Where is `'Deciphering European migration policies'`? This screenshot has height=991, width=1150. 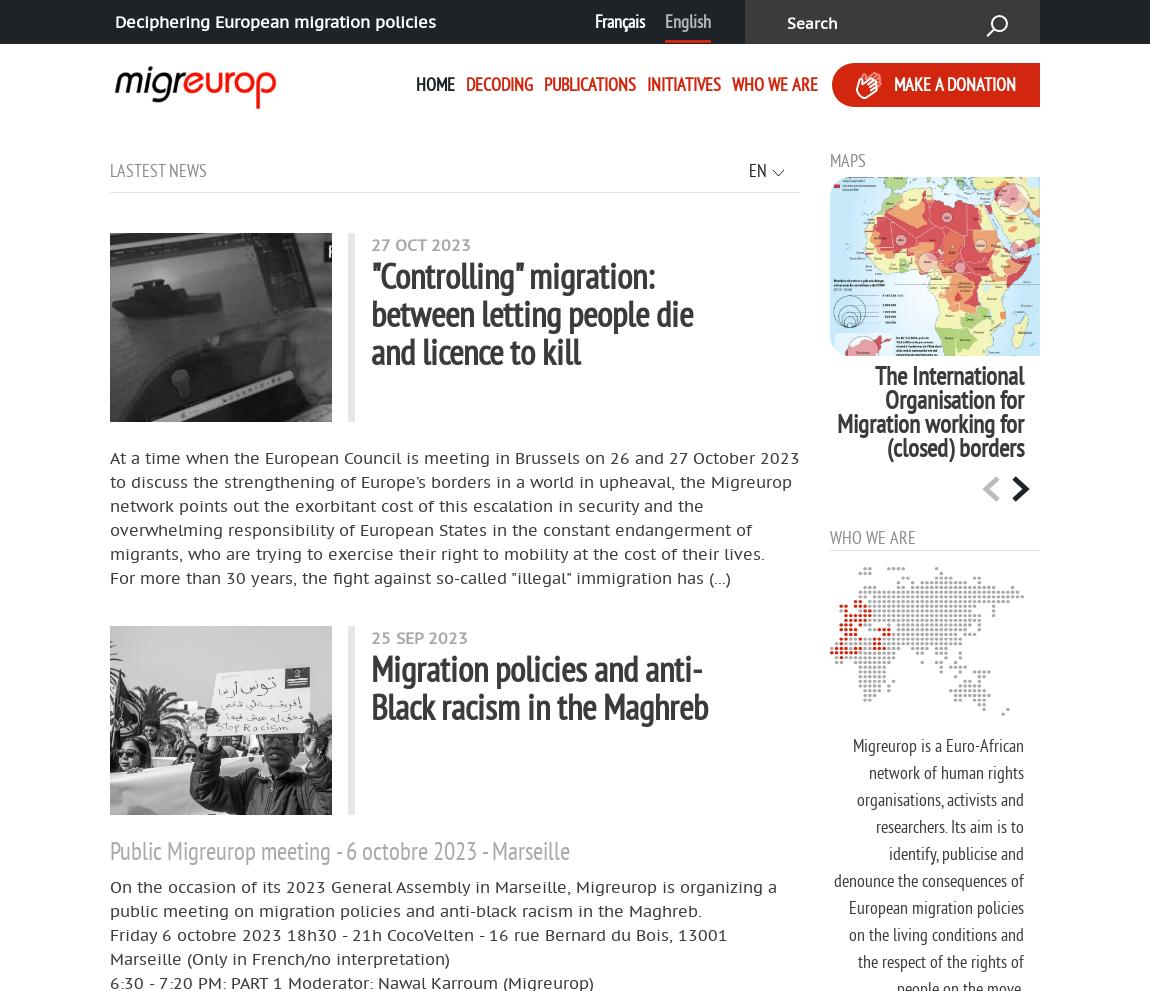
'Deciphering European migration policies' is located at coordinates (274, 21).